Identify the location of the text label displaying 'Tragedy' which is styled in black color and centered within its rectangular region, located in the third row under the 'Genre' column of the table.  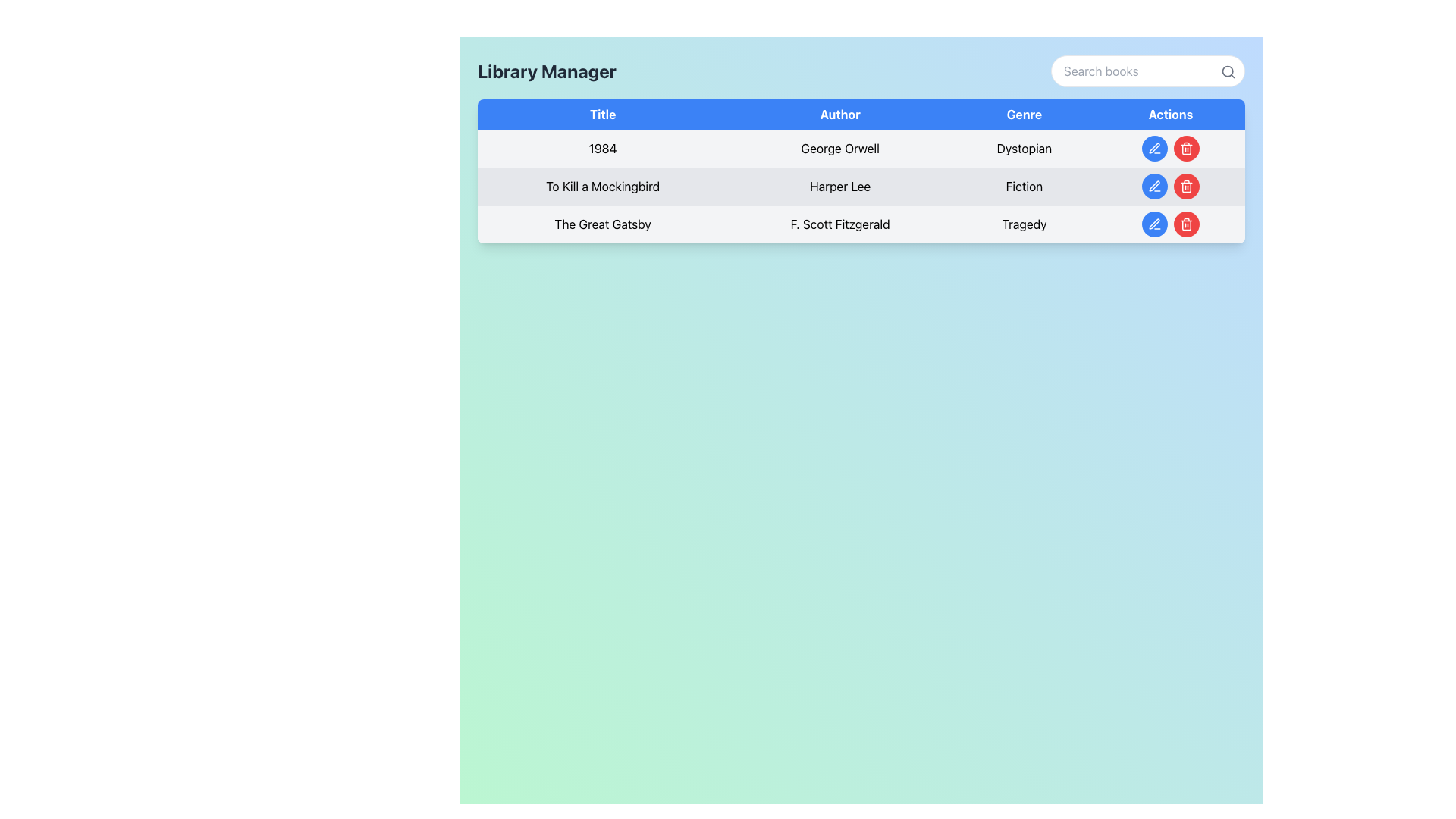
(1024, 224).